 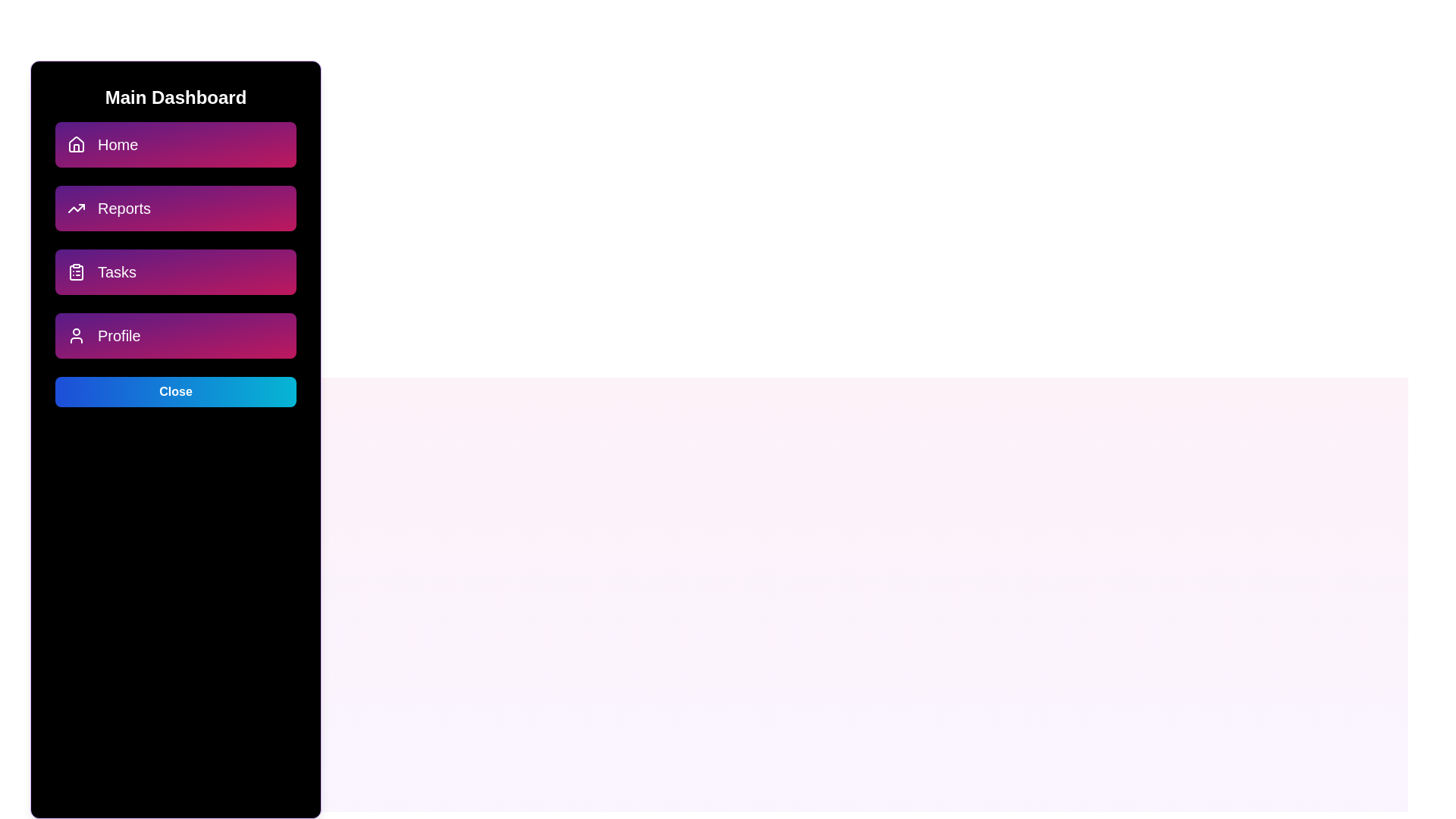 I want to click on the menu option Profile to navigate to the respective section, so click(x=175, y=335).